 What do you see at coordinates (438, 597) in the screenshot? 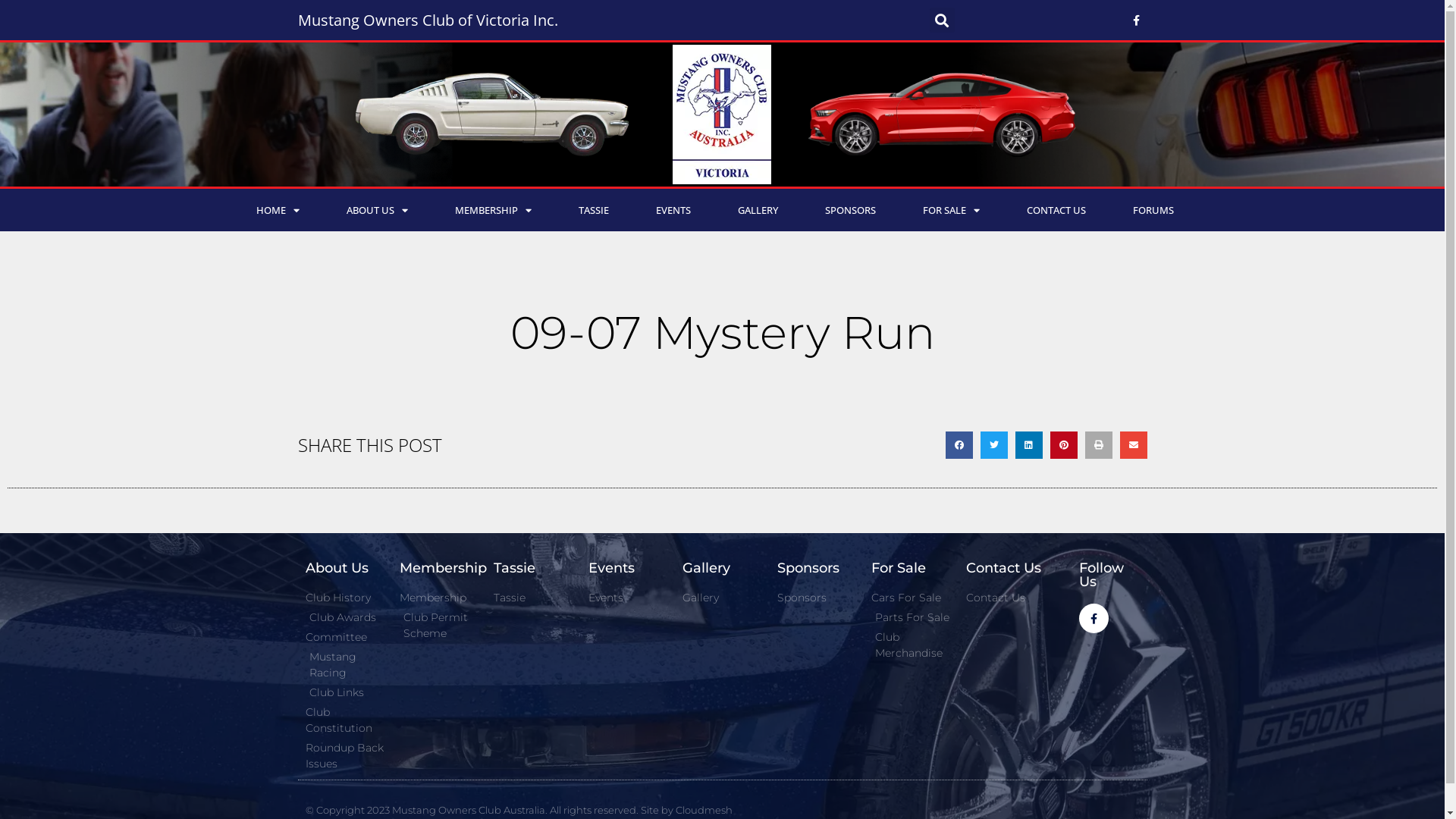
I see `'Membership'` at bounding box center [438, 597].